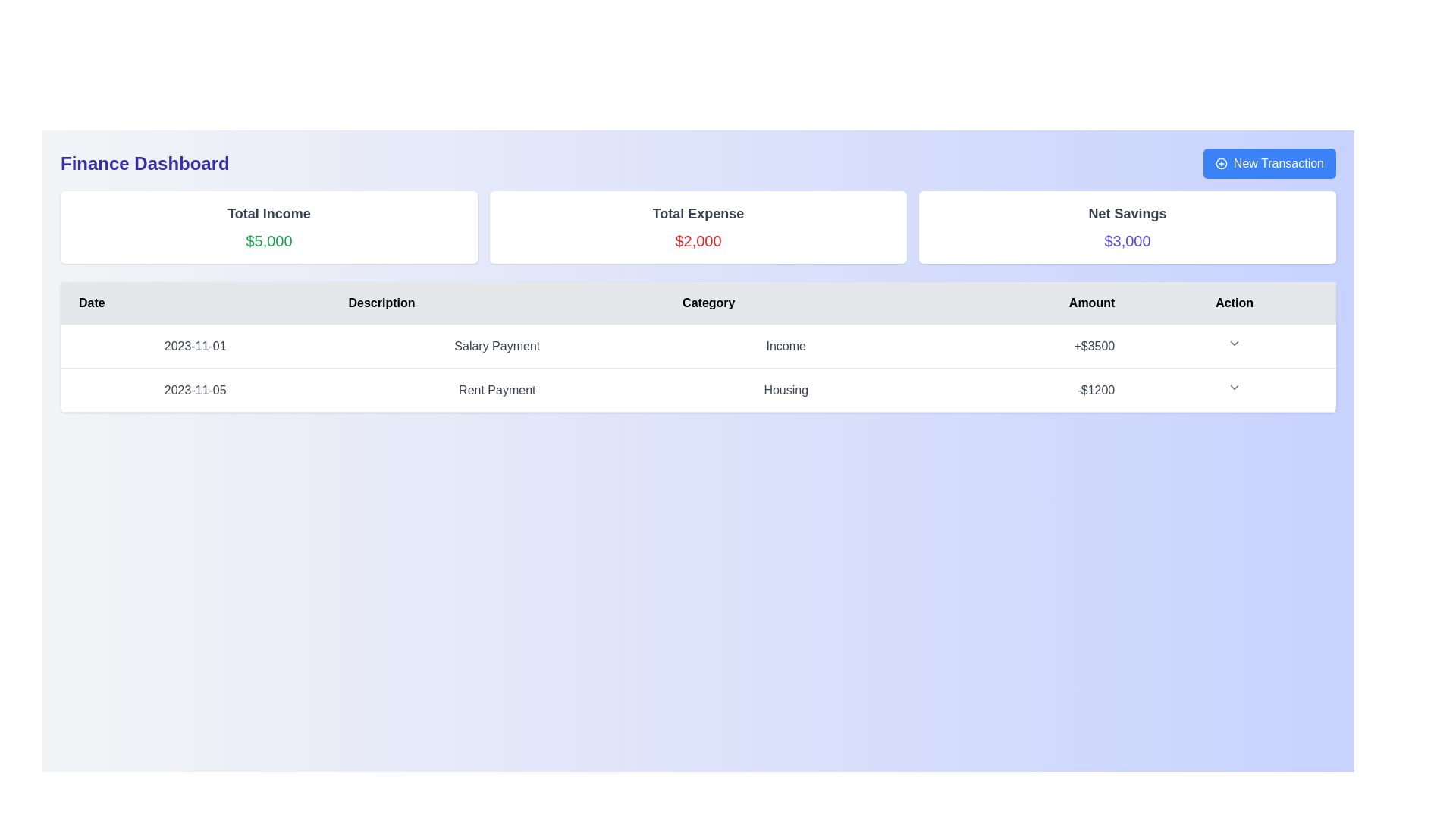 This screenshot has height=819, width=1456. What do you see at coordinates (497, 346) in the screenshot?
I see `the 'Salary Payment' text label in the Description column of the financial table` at bounding box center [497, 346].